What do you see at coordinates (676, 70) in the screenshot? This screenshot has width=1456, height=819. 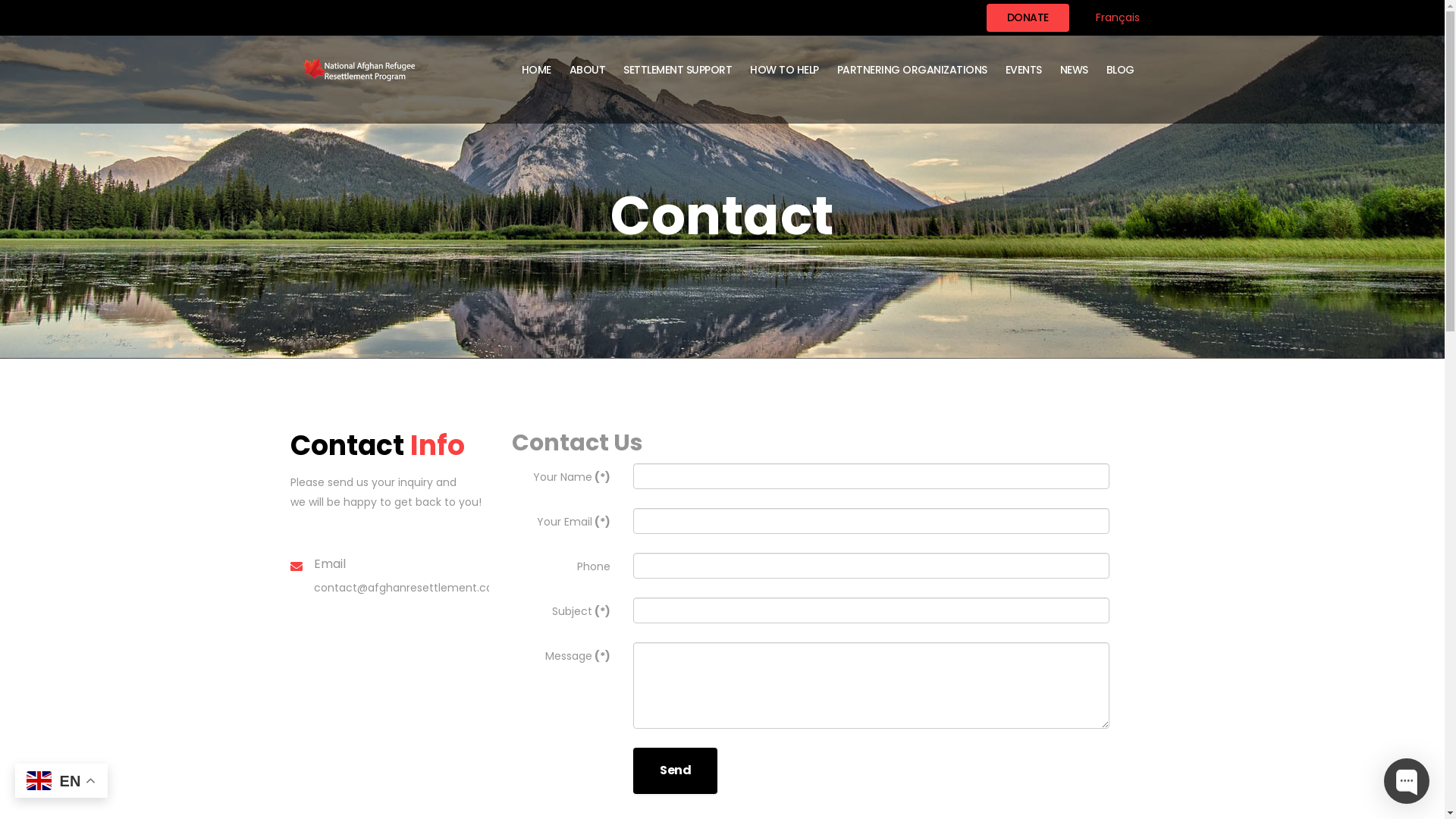 I see `'SETTLEMENT SUPPORT'` at bounding box center [676, 70].